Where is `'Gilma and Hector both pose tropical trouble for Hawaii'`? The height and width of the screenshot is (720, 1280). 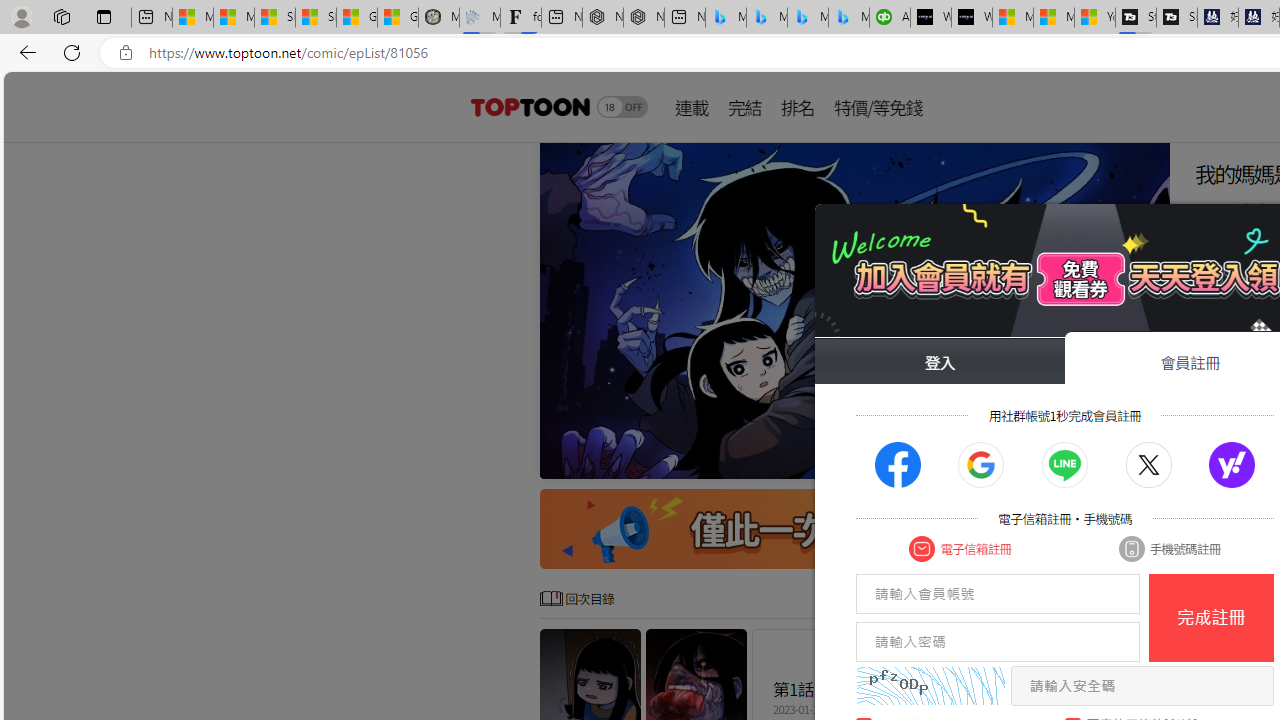 'Gilma and Hector both pose tropical trouble for Hawaii' is located at coordinates (398, 17).